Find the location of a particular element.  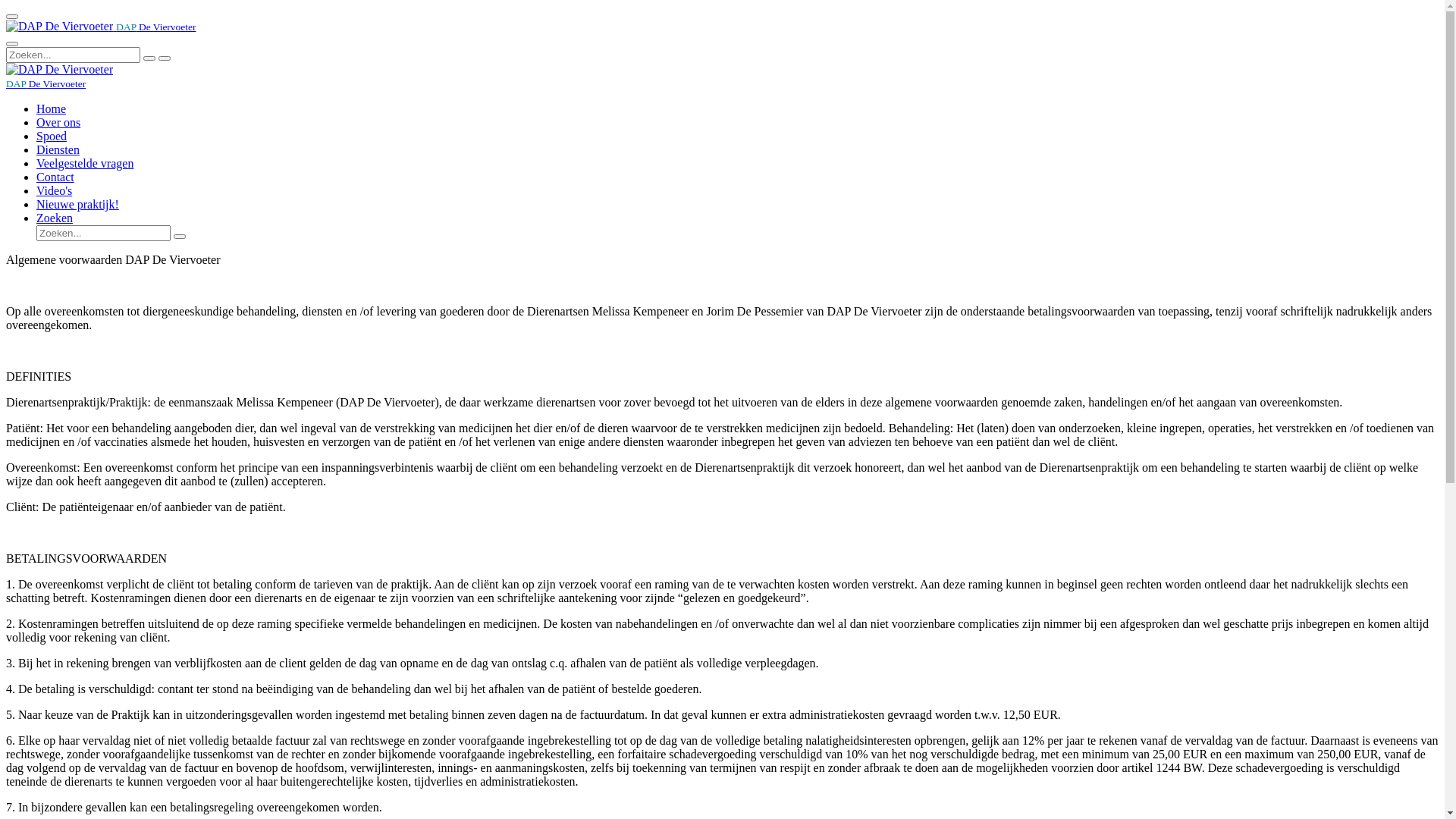

'Diensten' is located at coordinates (58, 149).